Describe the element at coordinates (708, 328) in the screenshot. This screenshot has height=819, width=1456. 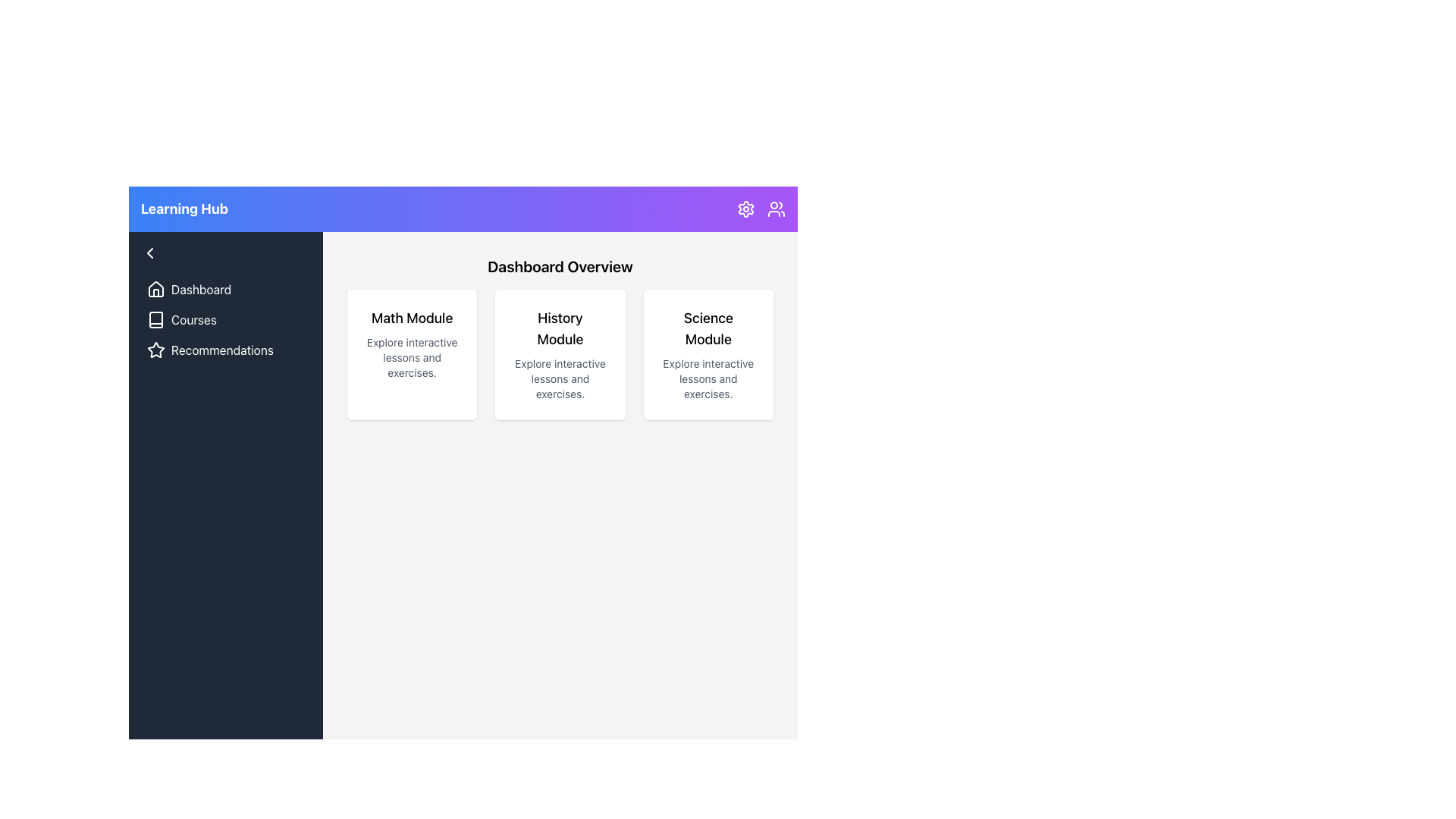
I see `the 'Science Module' text label, which is prominently displayed in a large font against a white background, located at the top of a card in the third column of the grid layout` at that location.